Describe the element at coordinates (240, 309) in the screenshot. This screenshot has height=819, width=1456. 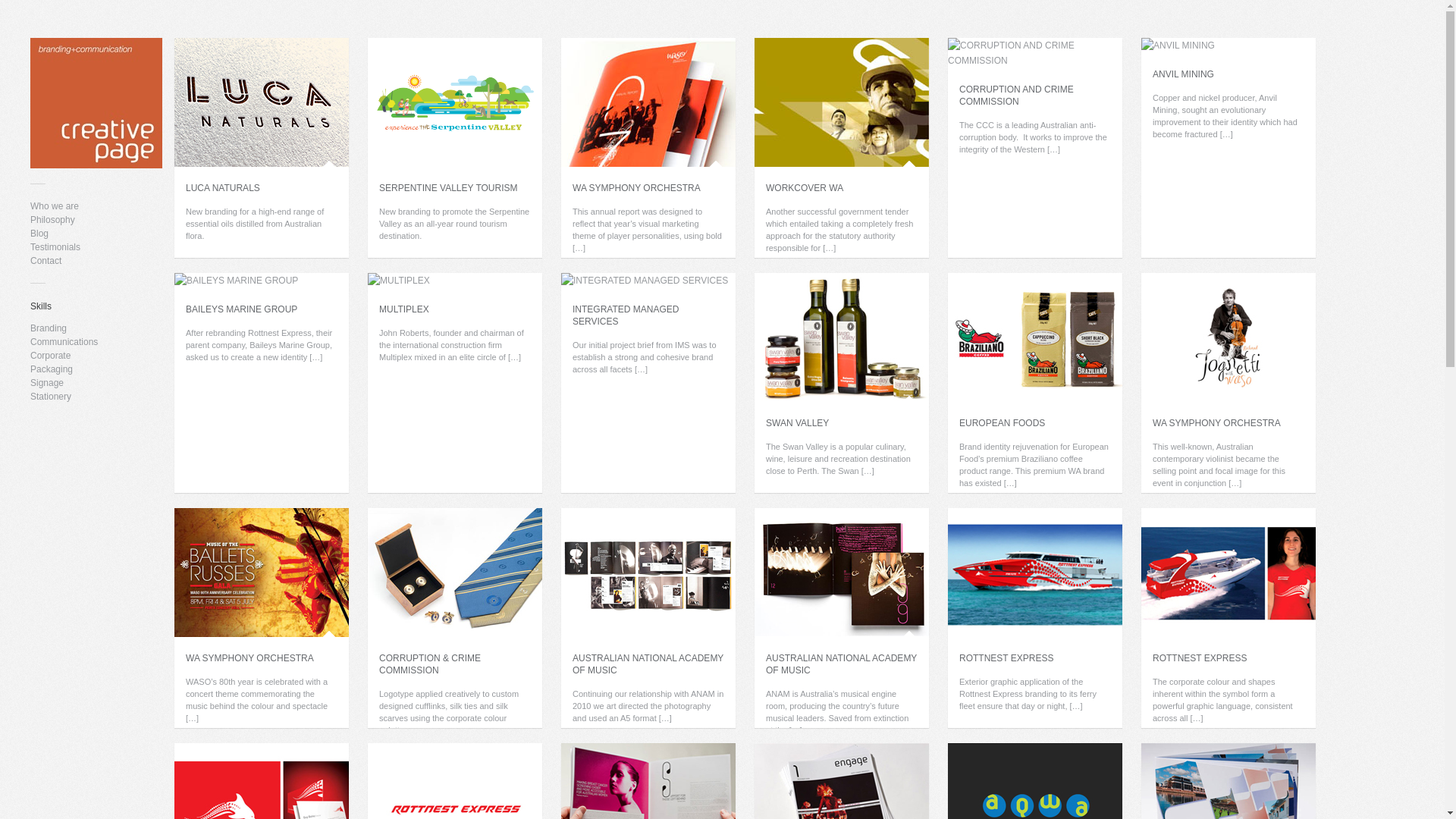
I see `'BAILEYS MARINE GROUP'` at that location.